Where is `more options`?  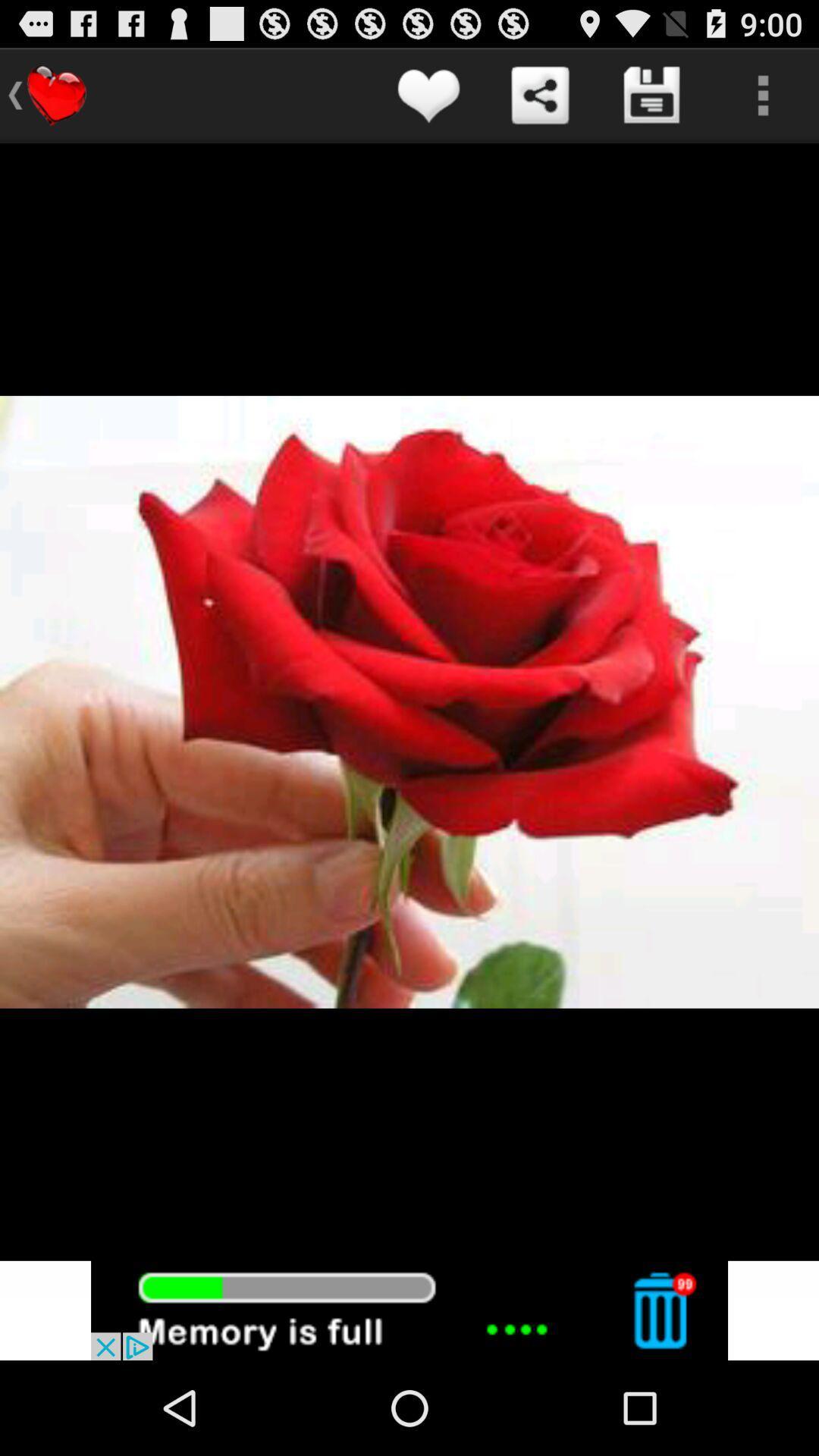
more options is located at coordinates (763, 94).